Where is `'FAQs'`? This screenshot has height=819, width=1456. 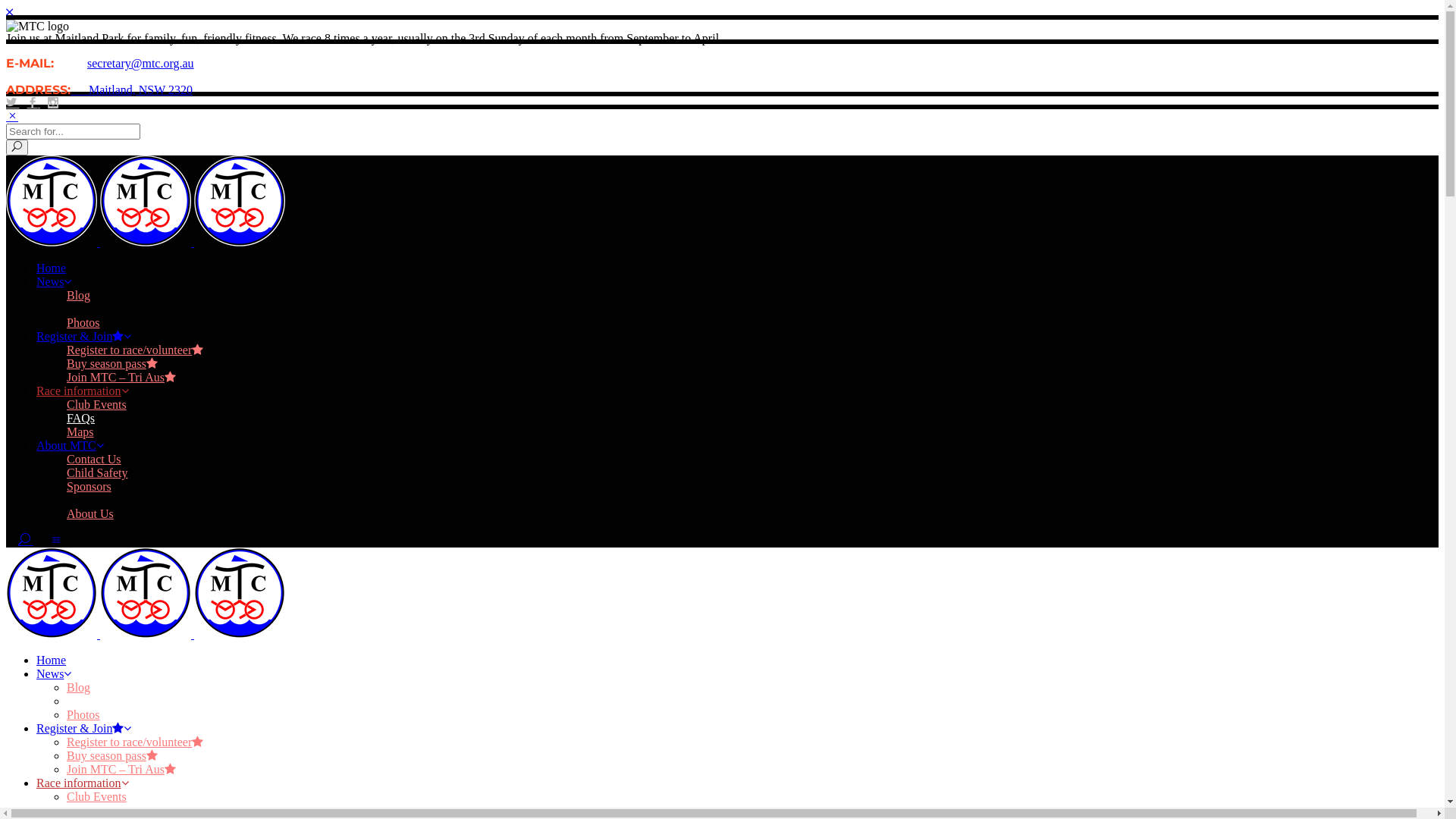 'FAQs' is located at coordinates (65, 809).